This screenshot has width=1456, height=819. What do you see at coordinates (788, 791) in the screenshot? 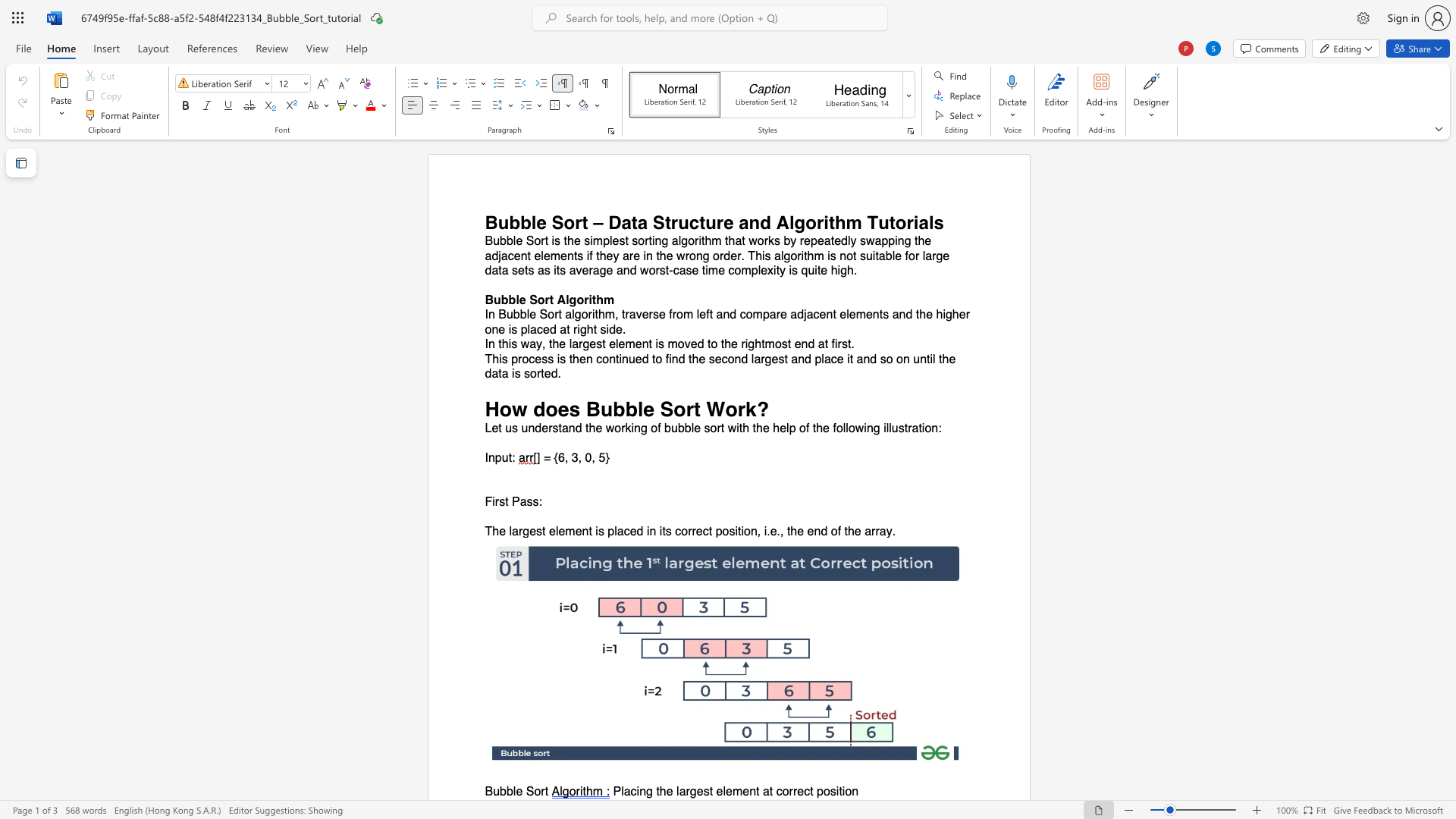
I see `the space between the continuous character "o" and "r" in the text` at bounding box center [788, 791].